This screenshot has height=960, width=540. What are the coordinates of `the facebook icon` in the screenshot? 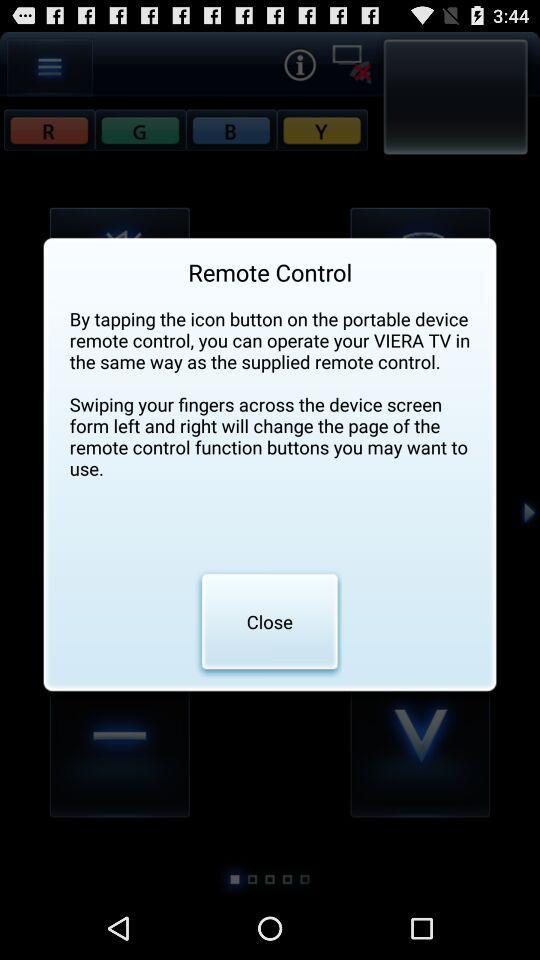 It's located at (139, 137).